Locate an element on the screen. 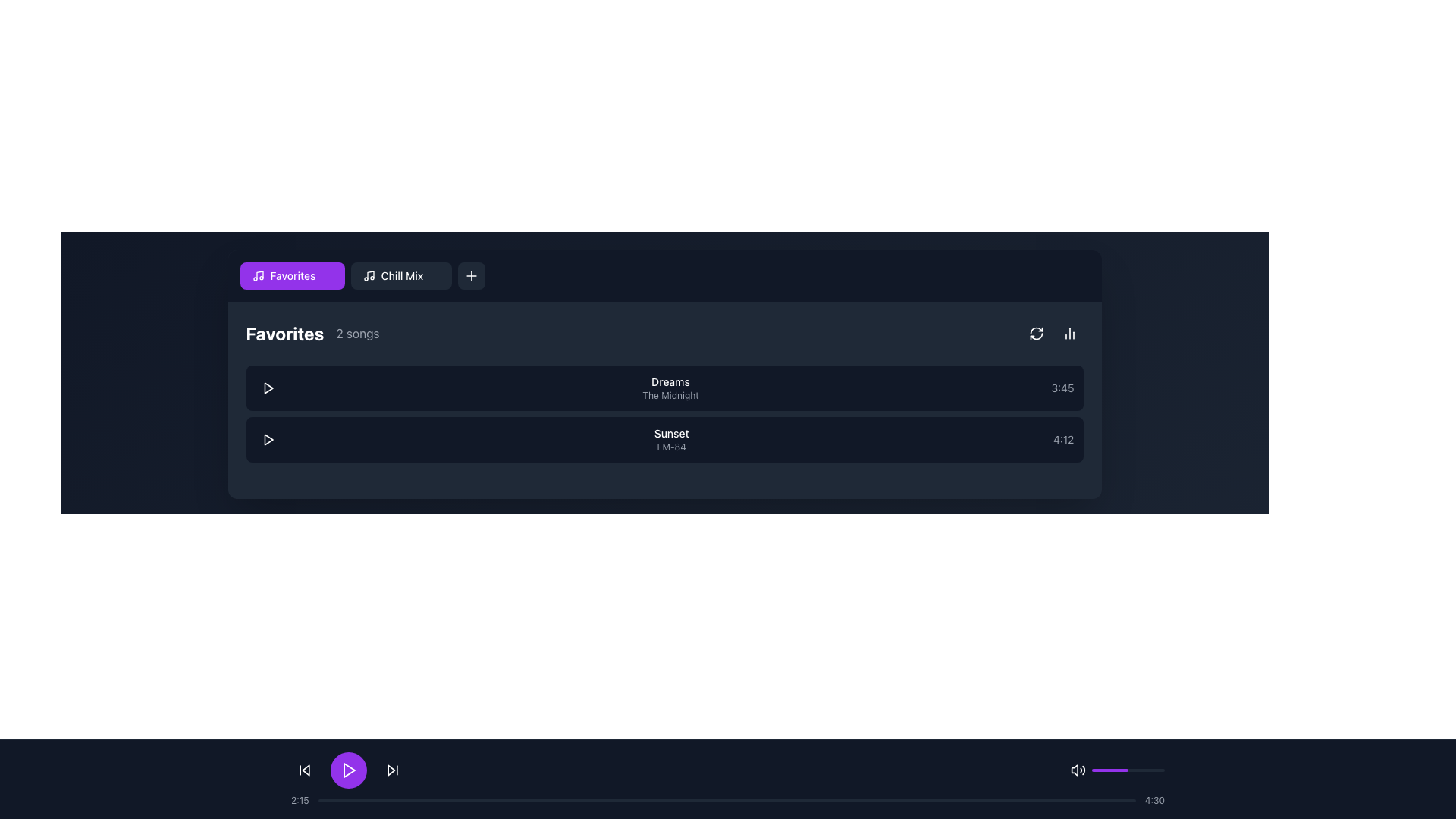  the sound icon located at the bottom-right section of the interface is located at coordinates (1077, 770).